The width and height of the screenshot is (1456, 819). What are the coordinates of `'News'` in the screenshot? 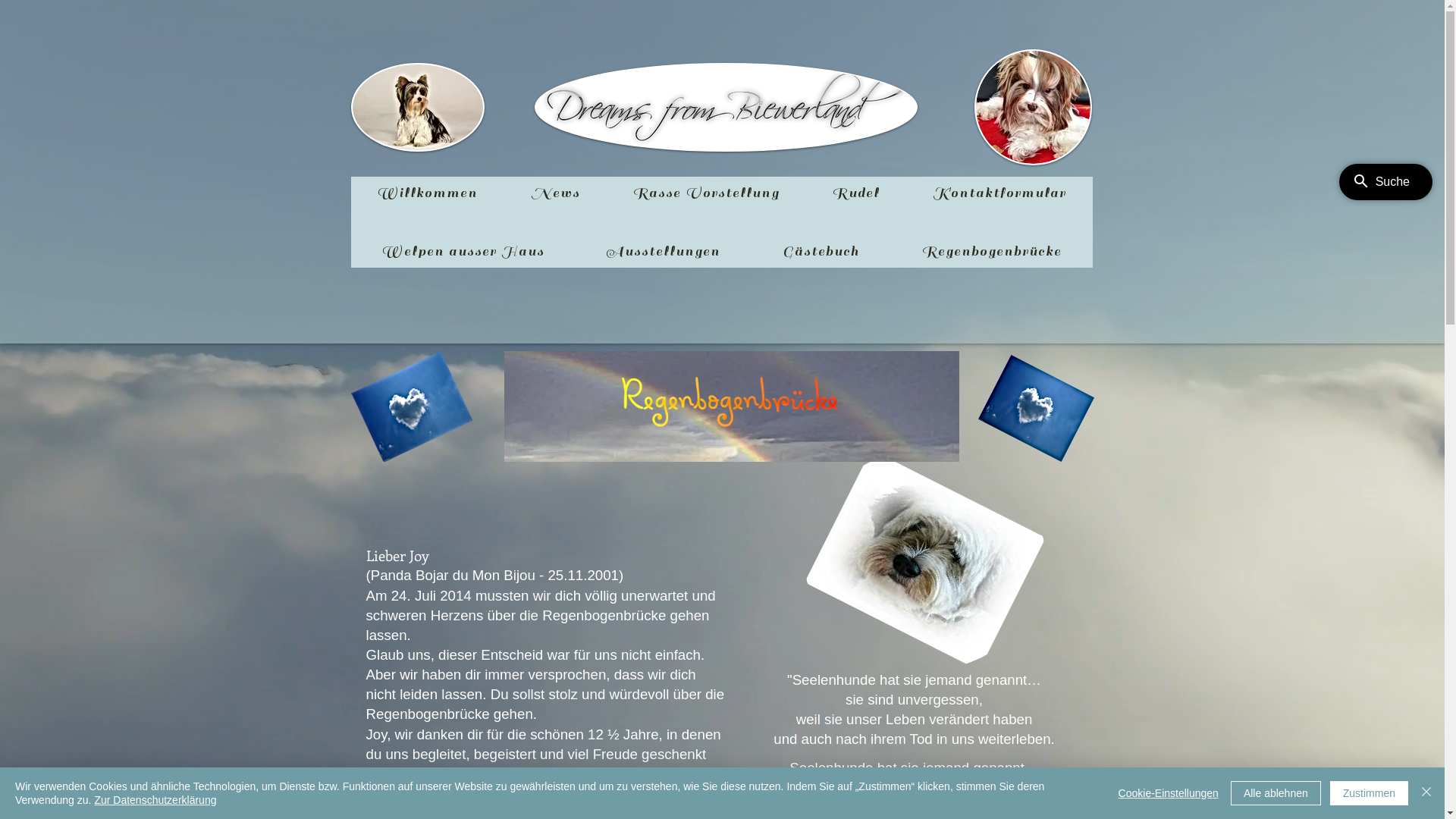 It's located at (554, 192).